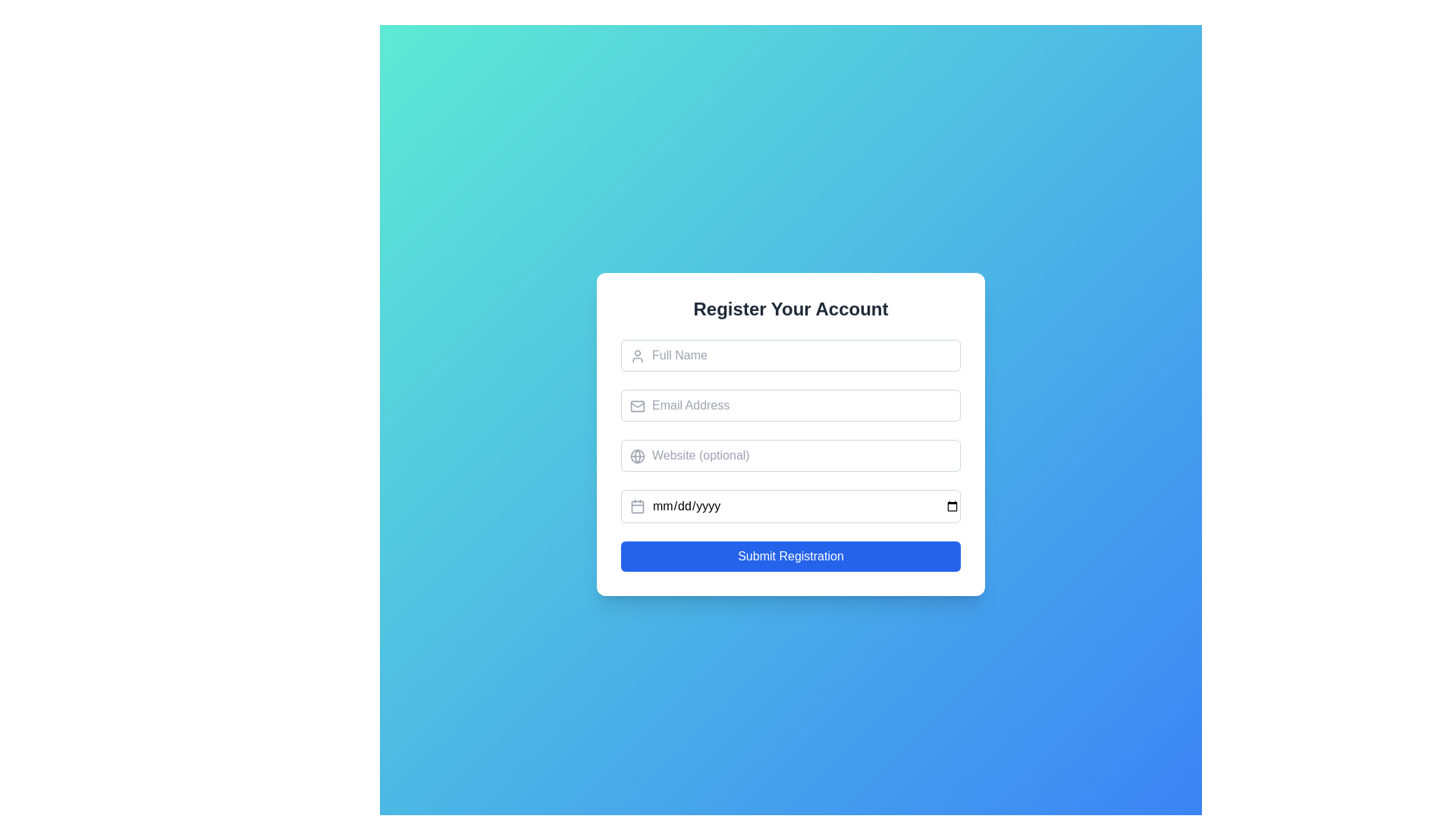 This screenshot has height=819, width=1456. Describe the element at coordinates (637, 356) in the screenshot. I see `the user profile icon, which is a gray icon shaped like a user's bust and head, located in the top-left corner of the 'Full Name' text input field in the user registration form` at that location.